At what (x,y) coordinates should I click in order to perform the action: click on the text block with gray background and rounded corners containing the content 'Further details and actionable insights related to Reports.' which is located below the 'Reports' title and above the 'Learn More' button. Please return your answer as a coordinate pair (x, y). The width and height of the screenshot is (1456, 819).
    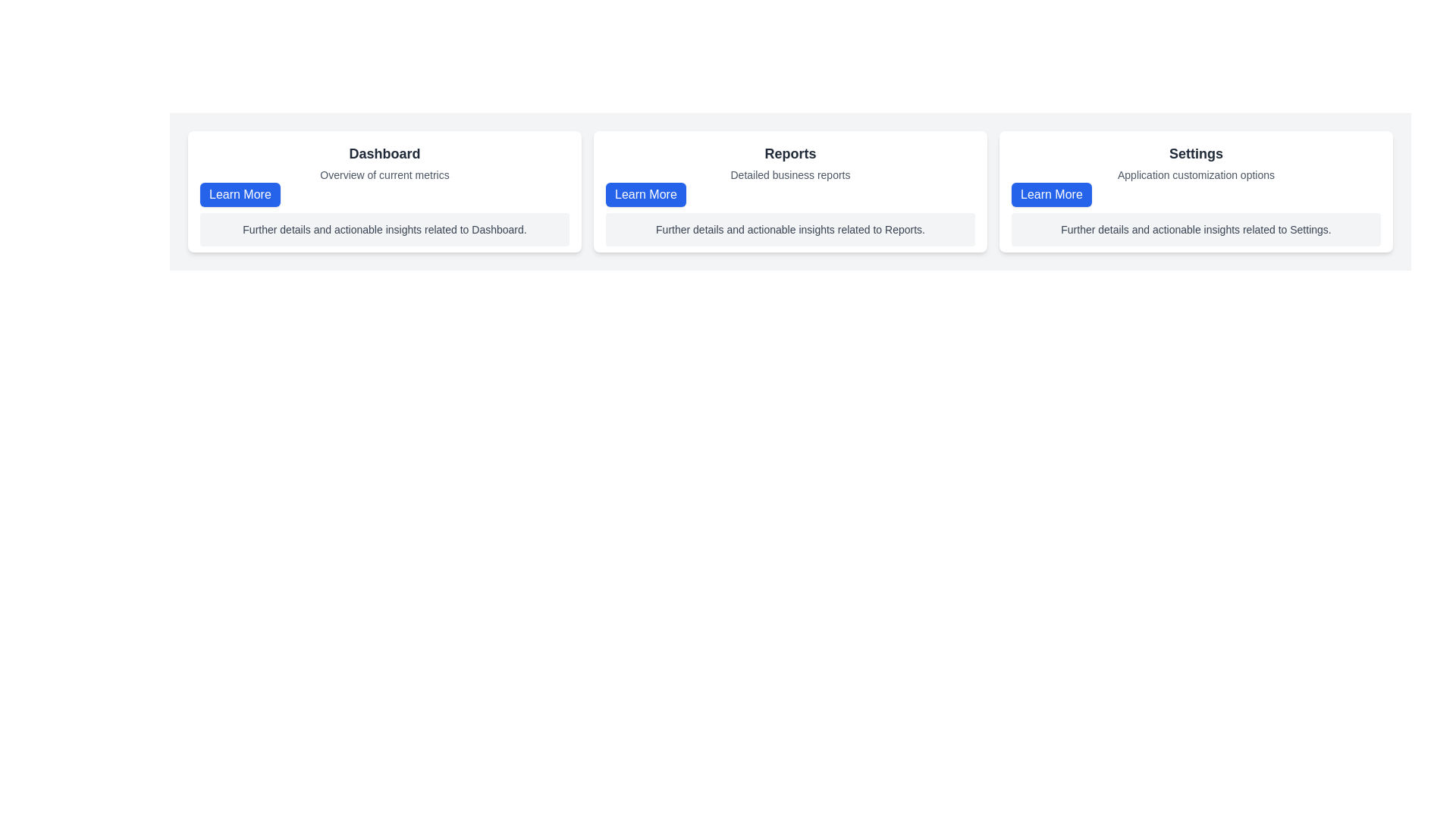
    Looking at the image, I should click on (789, 230).